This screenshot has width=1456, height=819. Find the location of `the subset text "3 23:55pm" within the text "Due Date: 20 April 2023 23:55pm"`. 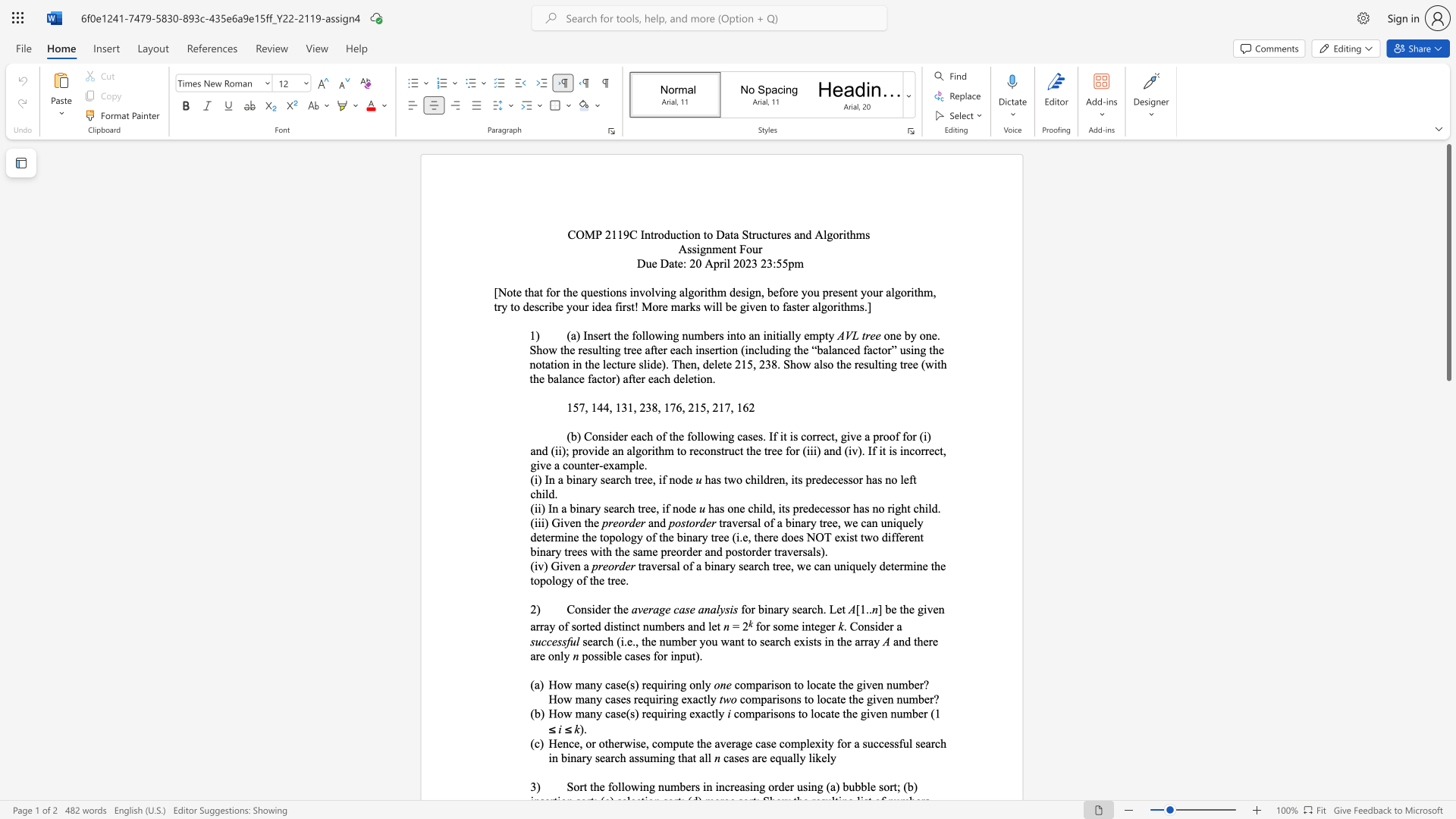

the subset text "3 23:55pm" within the text "Due Date: 20 April 2023 23:55pm" is located at coordinates (752, 262).